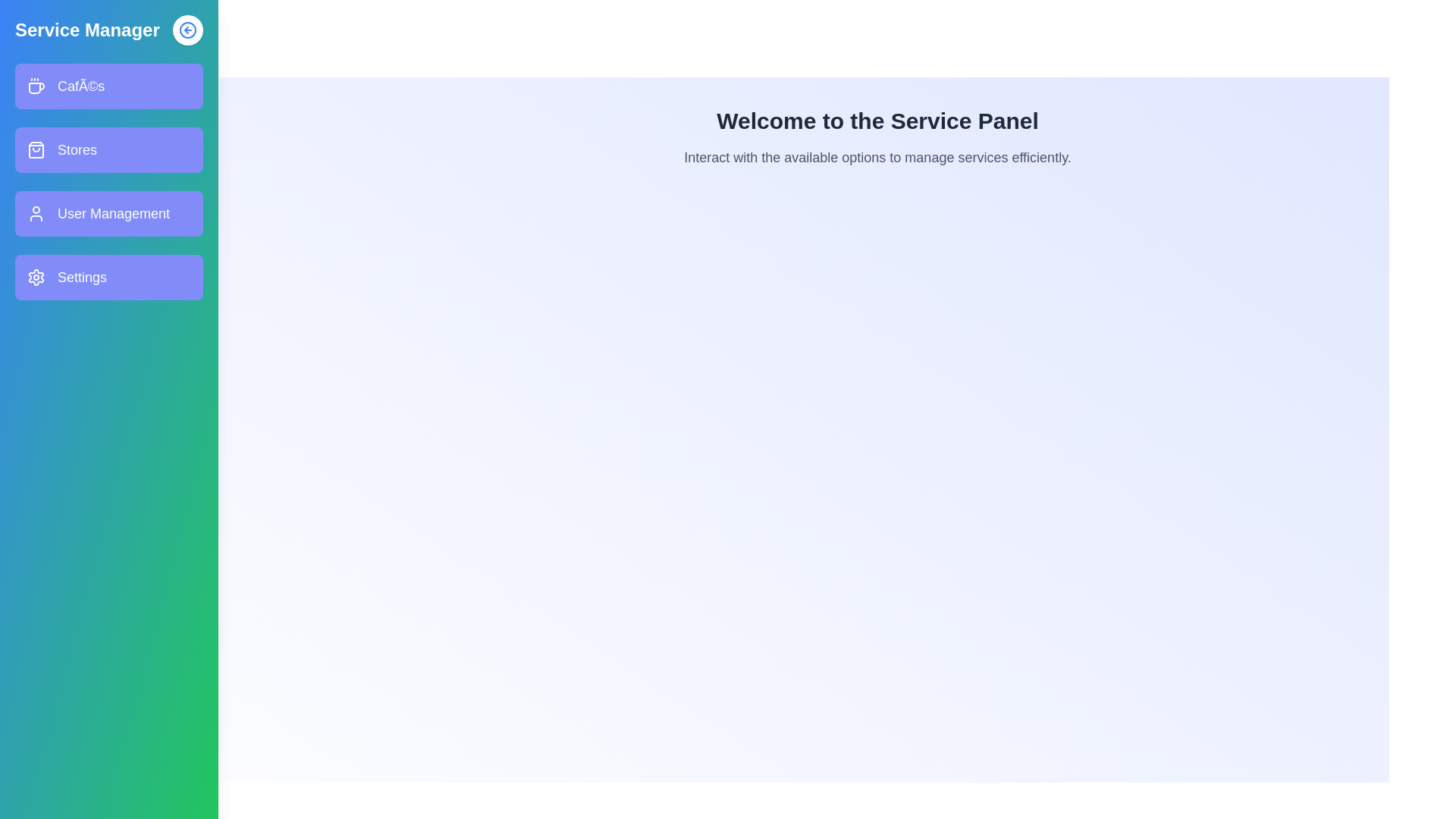 This screenshot has height=819, width=1456. What do you see at coordinates (108, 278) in the screenshot?
I see `the 'Settings' menu item in the DashboardDrawer component` at bounding box center [108, 278].